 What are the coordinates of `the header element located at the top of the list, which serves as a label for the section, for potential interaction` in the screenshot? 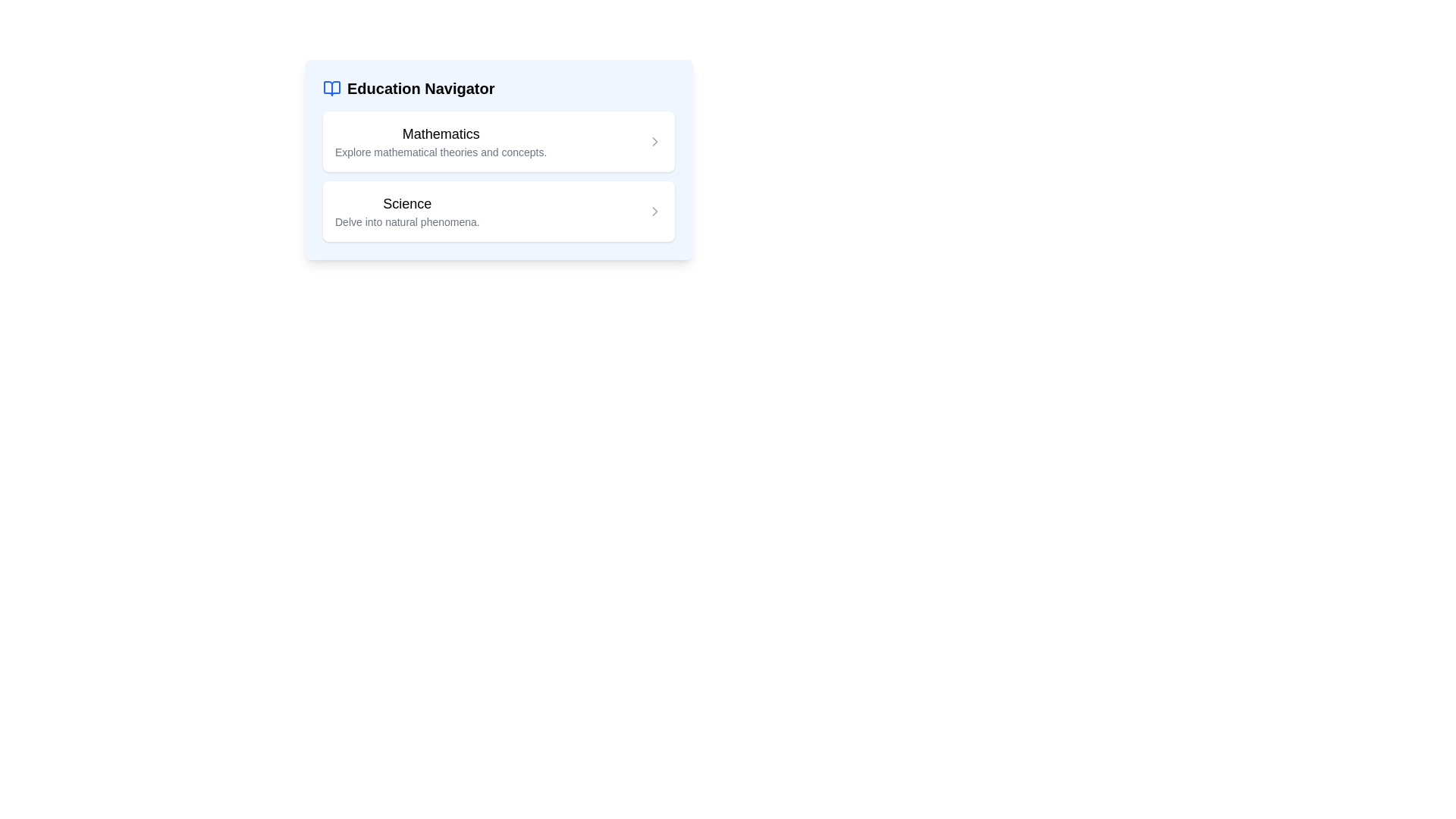 It's located at (409, 88).